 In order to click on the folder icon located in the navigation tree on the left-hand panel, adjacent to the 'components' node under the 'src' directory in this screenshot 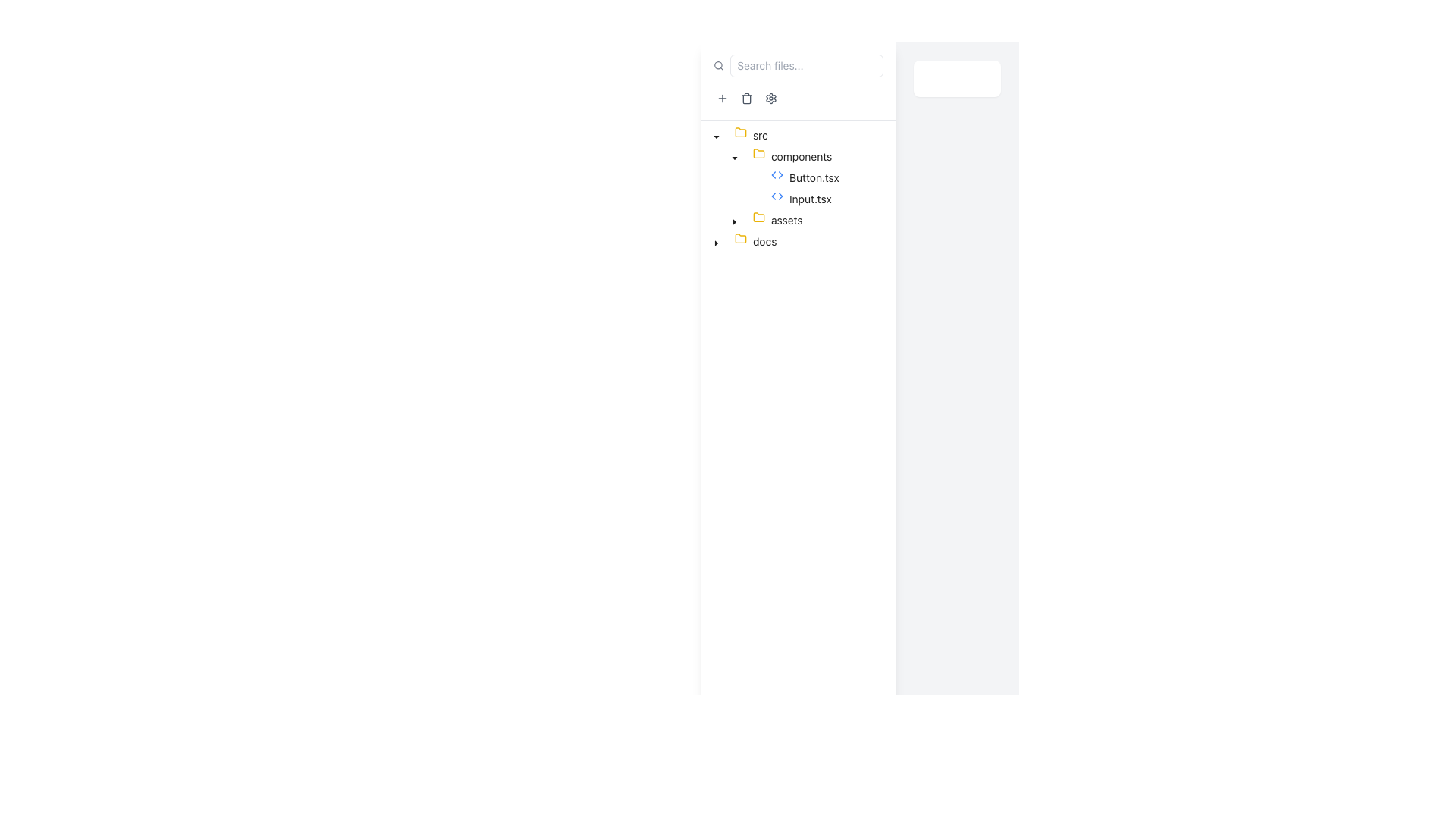, I will do `click(759, 154)`.